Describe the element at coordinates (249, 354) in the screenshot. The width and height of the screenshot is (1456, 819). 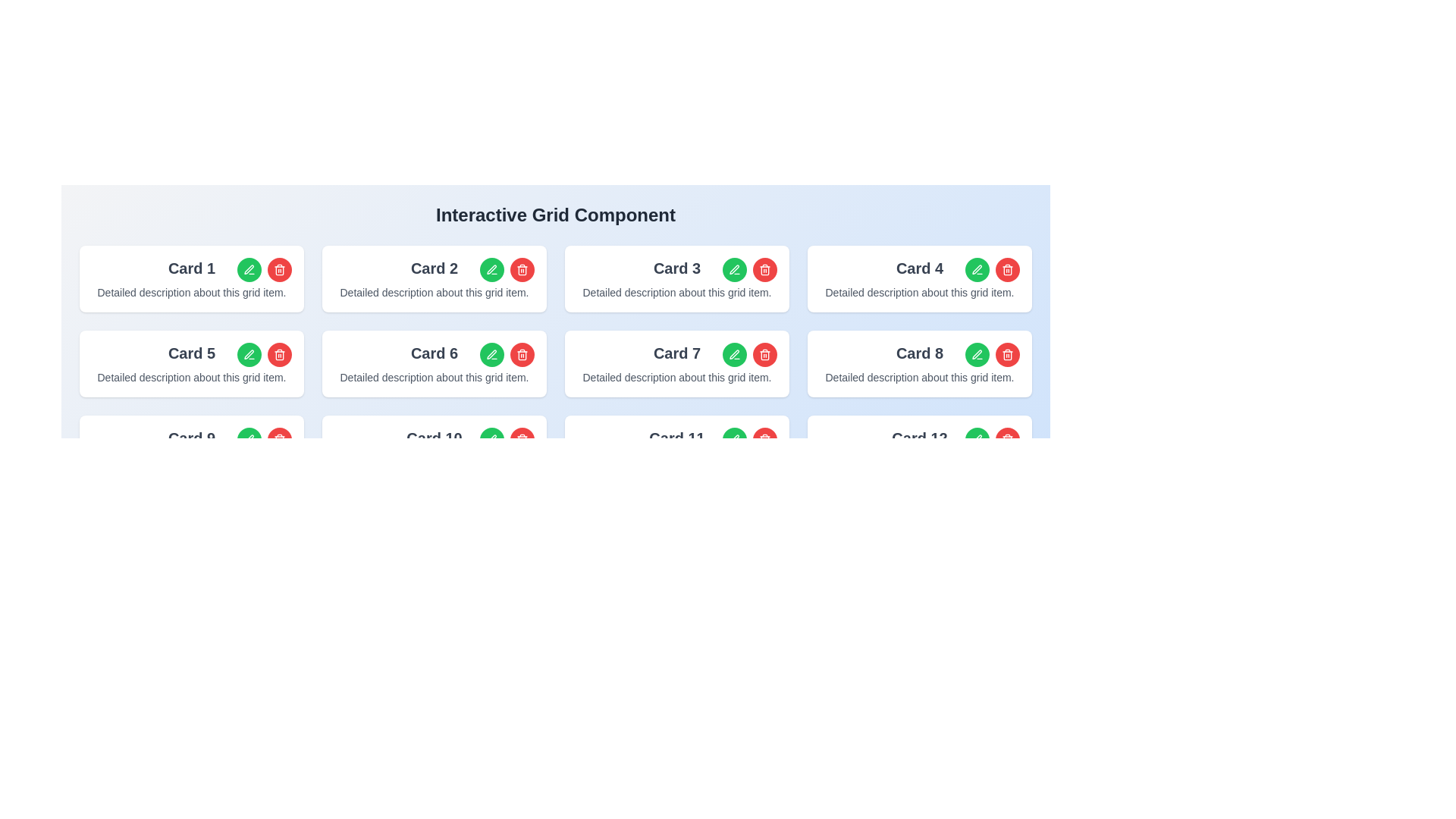
I see `the green pen icon button located in 'Card 5' to initiate editing` at that location.